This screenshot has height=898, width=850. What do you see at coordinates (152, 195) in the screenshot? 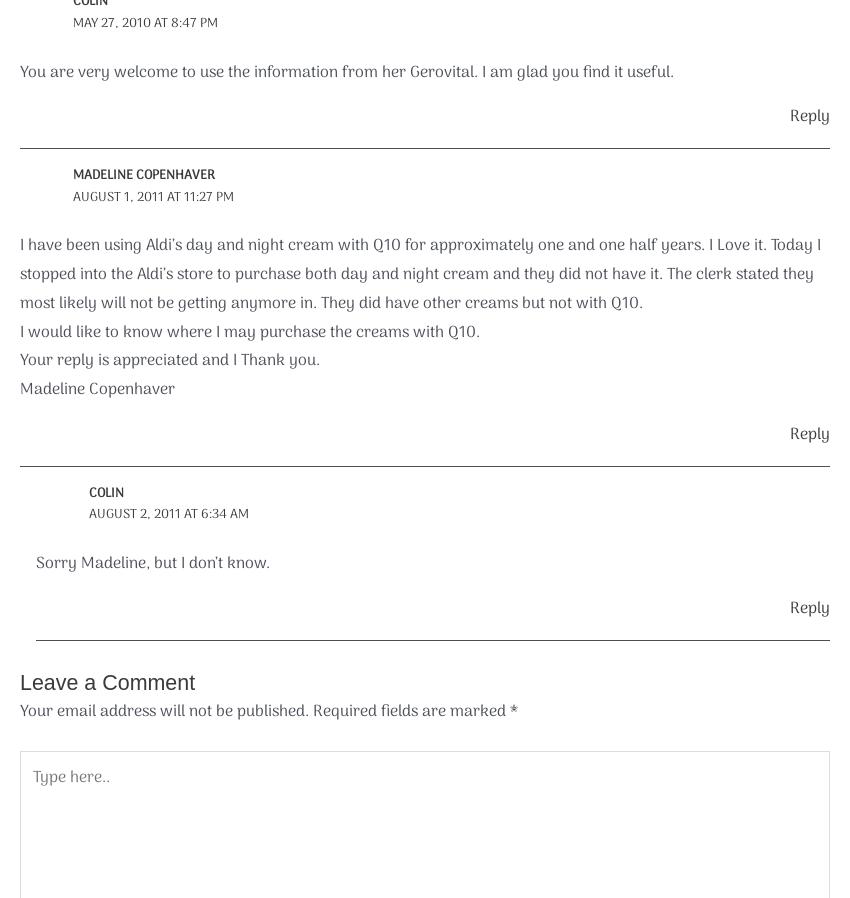
I see `'August 1, 2011 at 11:27 pm'` at bounding box center [152, 195].